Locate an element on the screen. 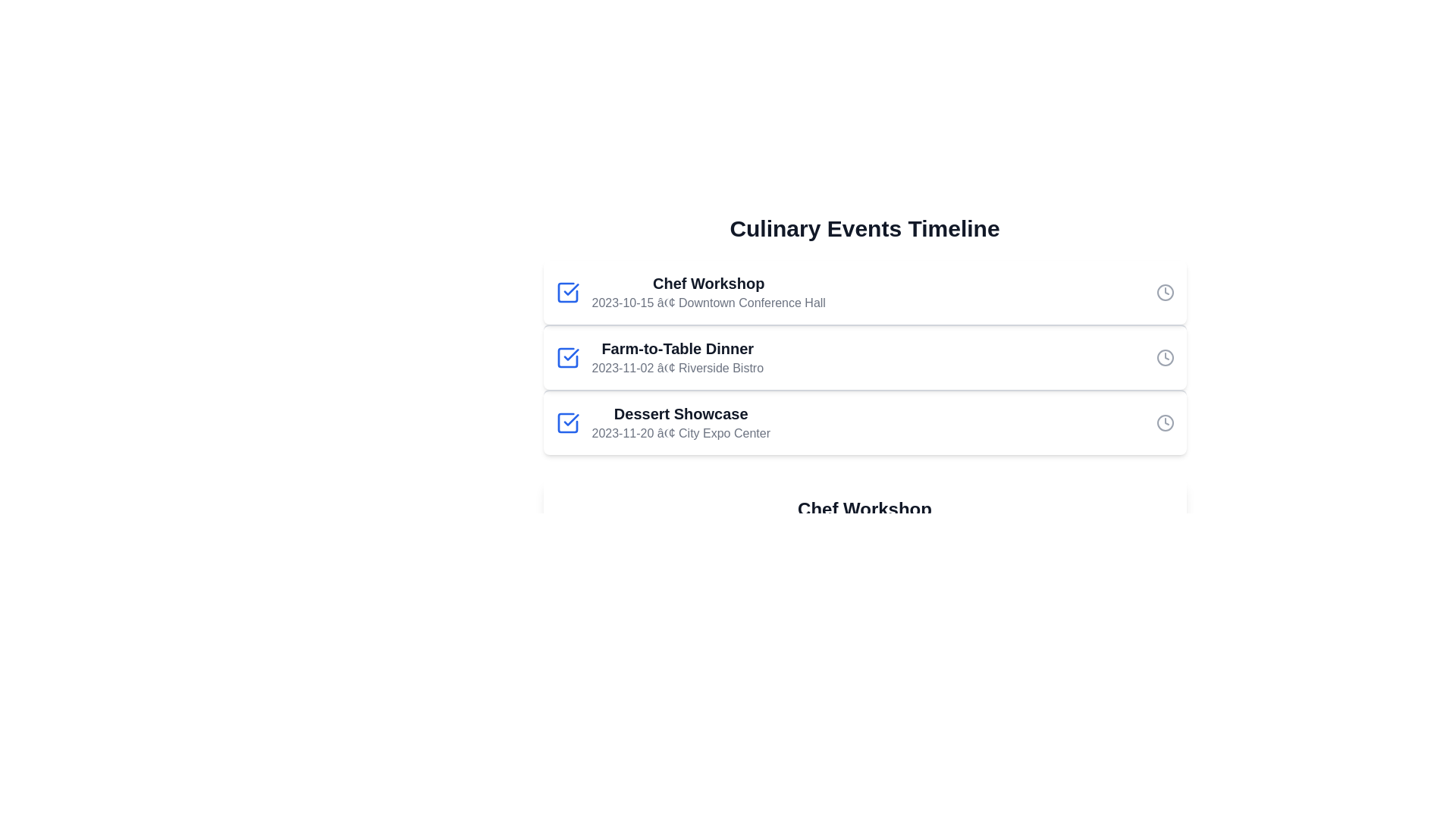 The height and width of the screenshot is (819, 1456). the icon that indicates an item is 'checked' or 'selected' in the second item of a vertical list is located at coordinates (570, 289).